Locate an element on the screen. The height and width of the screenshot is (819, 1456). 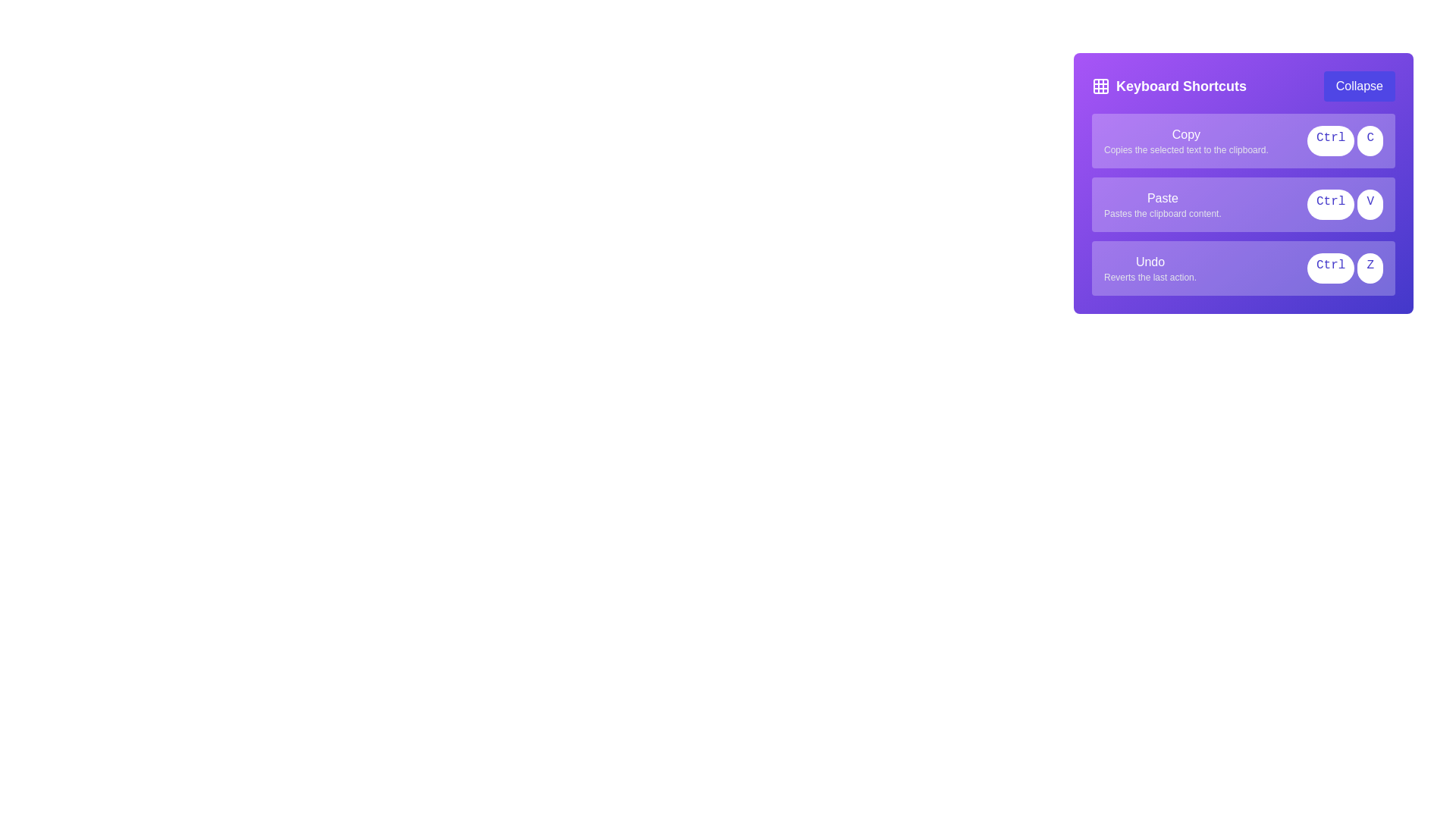
the 'Ctrl' key visual representation located in the center of the purple 'Paste' area, which is part of a keyboard shortcuts list is located at coordinates (1330, 205).